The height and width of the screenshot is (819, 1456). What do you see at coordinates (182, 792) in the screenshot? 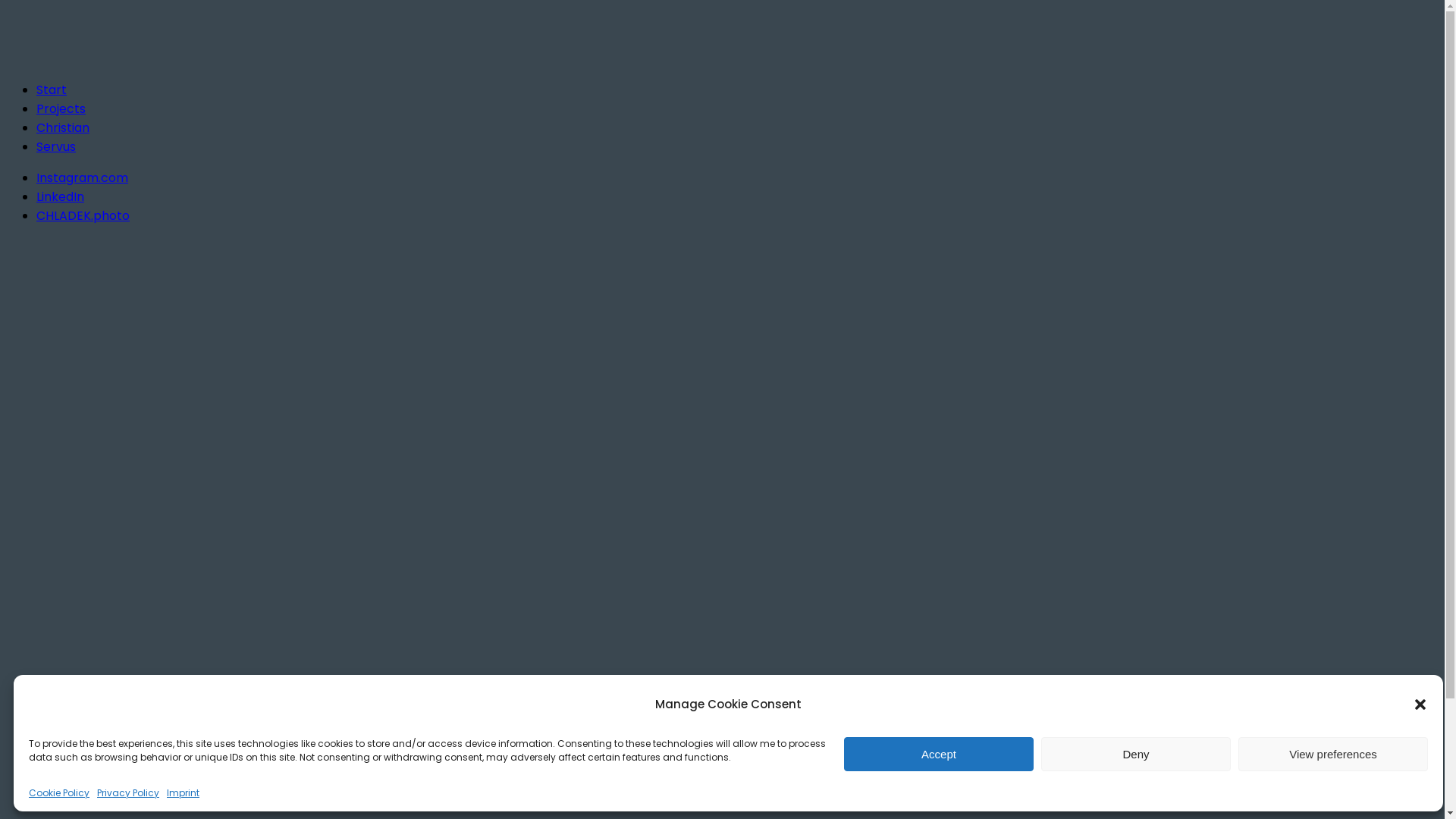
I see `'Imprint'` at bounding box center [182, 792].